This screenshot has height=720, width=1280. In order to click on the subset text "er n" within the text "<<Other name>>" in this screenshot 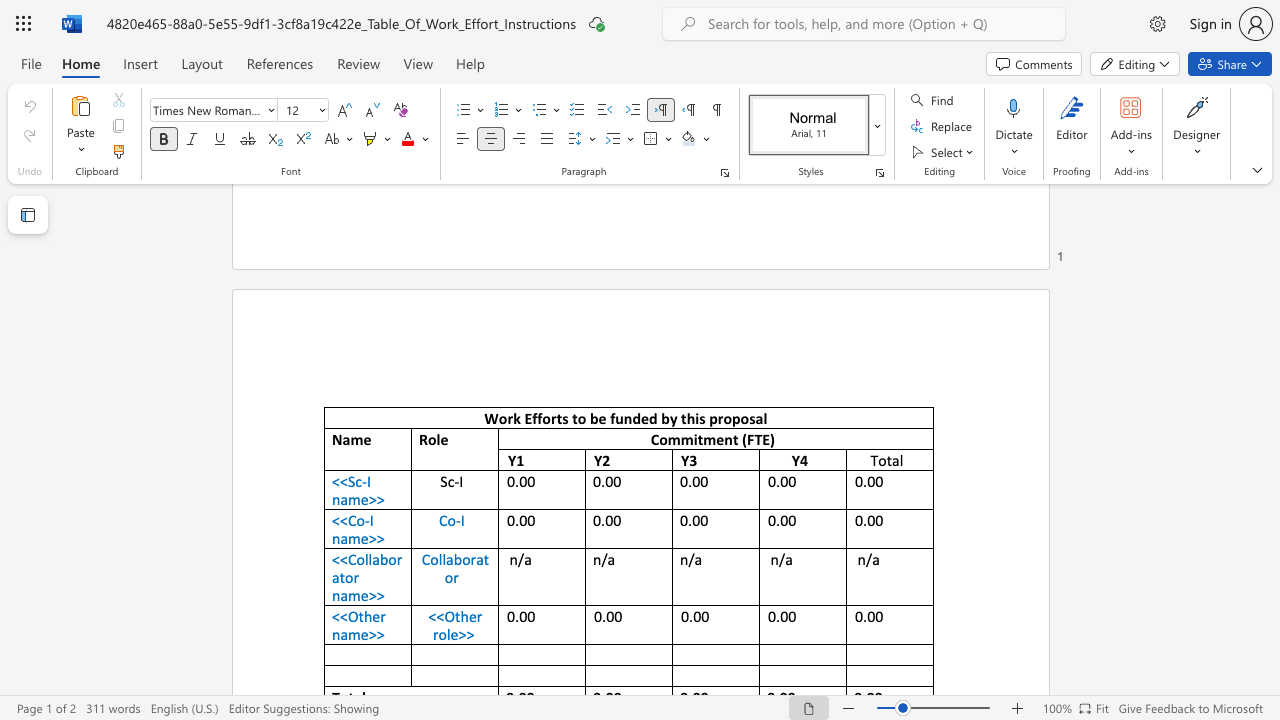, I will do `click(372, 615)`.